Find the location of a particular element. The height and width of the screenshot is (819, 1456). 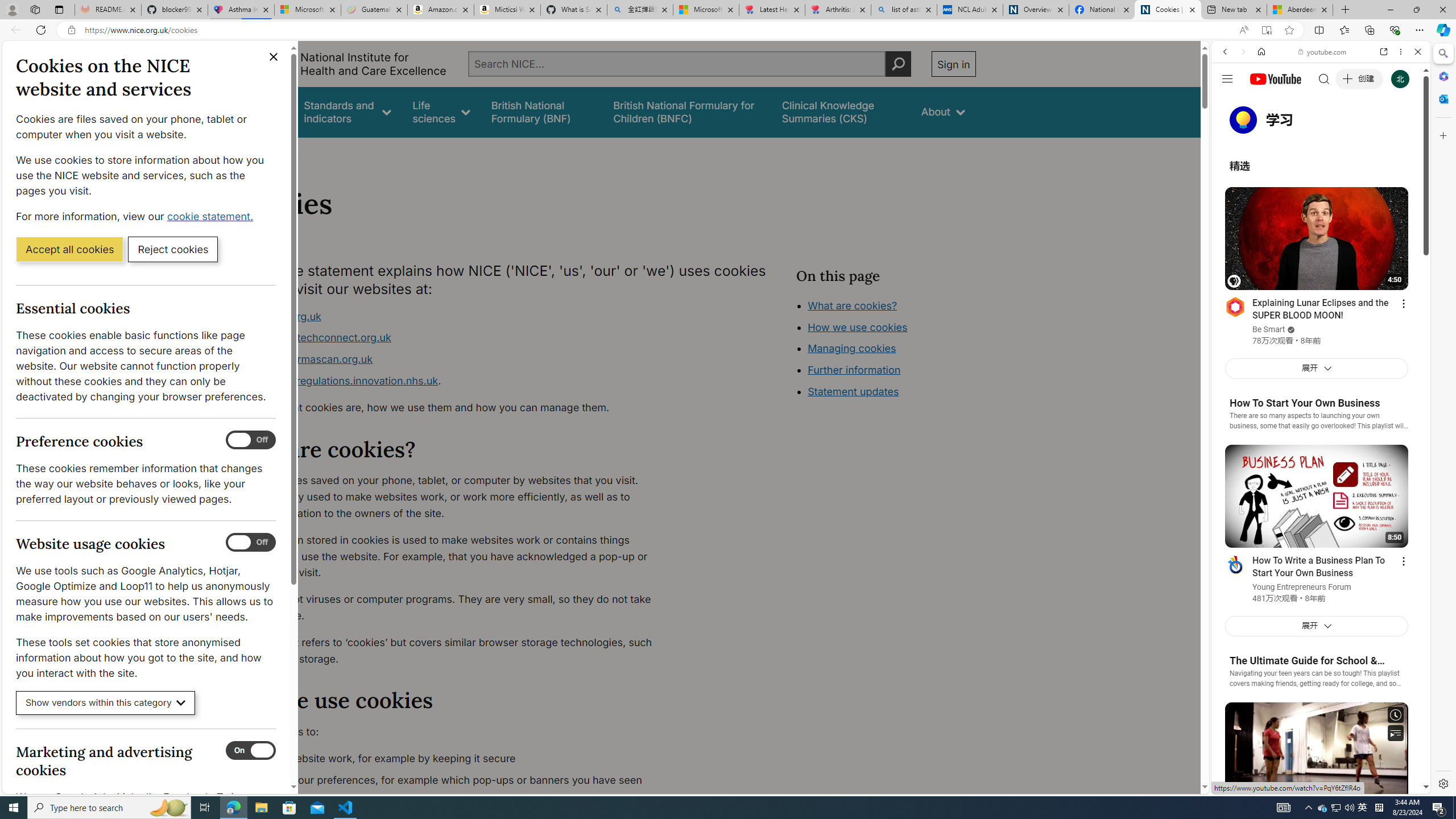

'Life sciences' is located at coordinates (440, 111).